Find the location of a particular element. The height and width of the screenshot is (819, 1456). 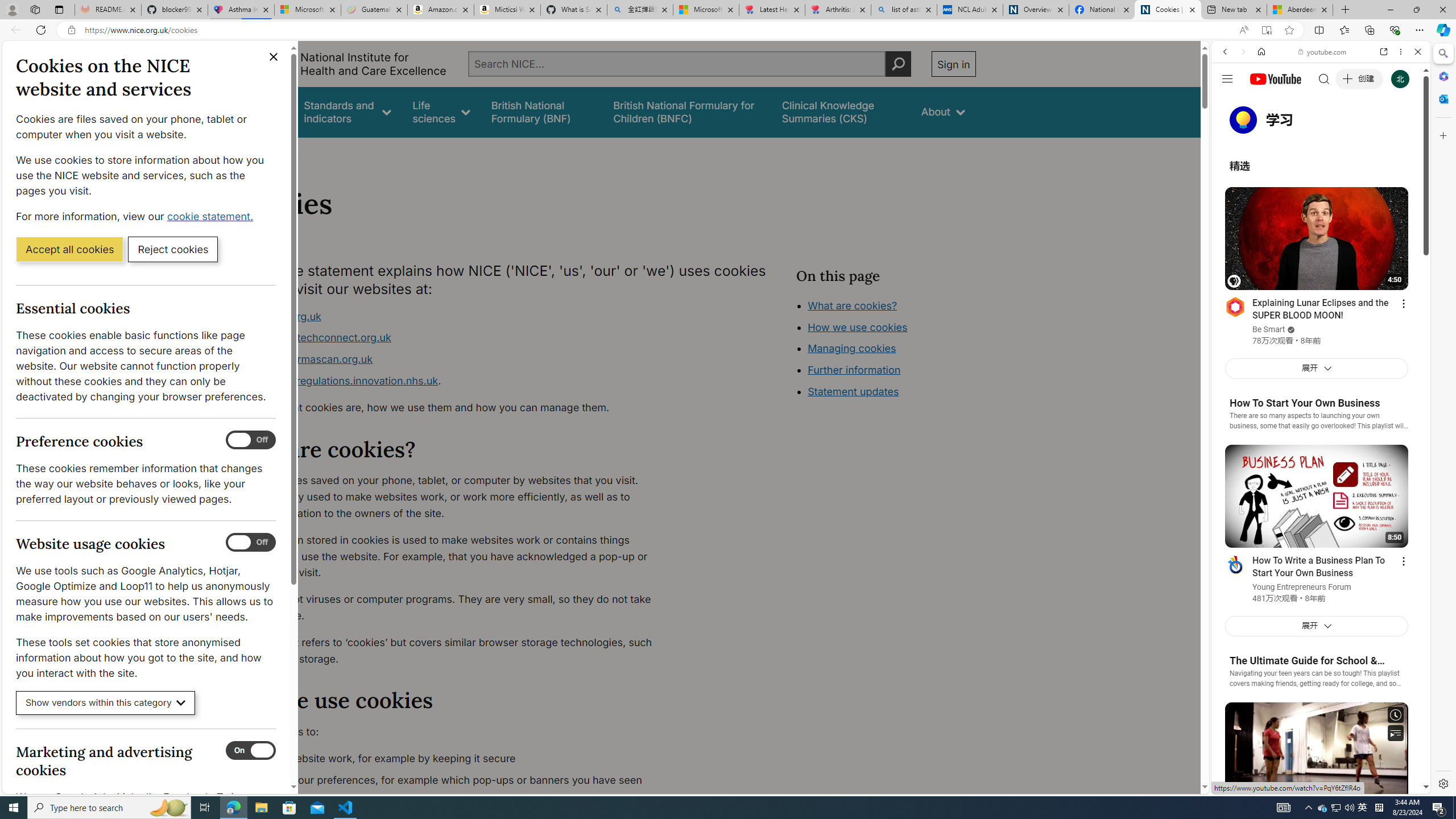

'Life sciences' is located at coordinates (440, 111).